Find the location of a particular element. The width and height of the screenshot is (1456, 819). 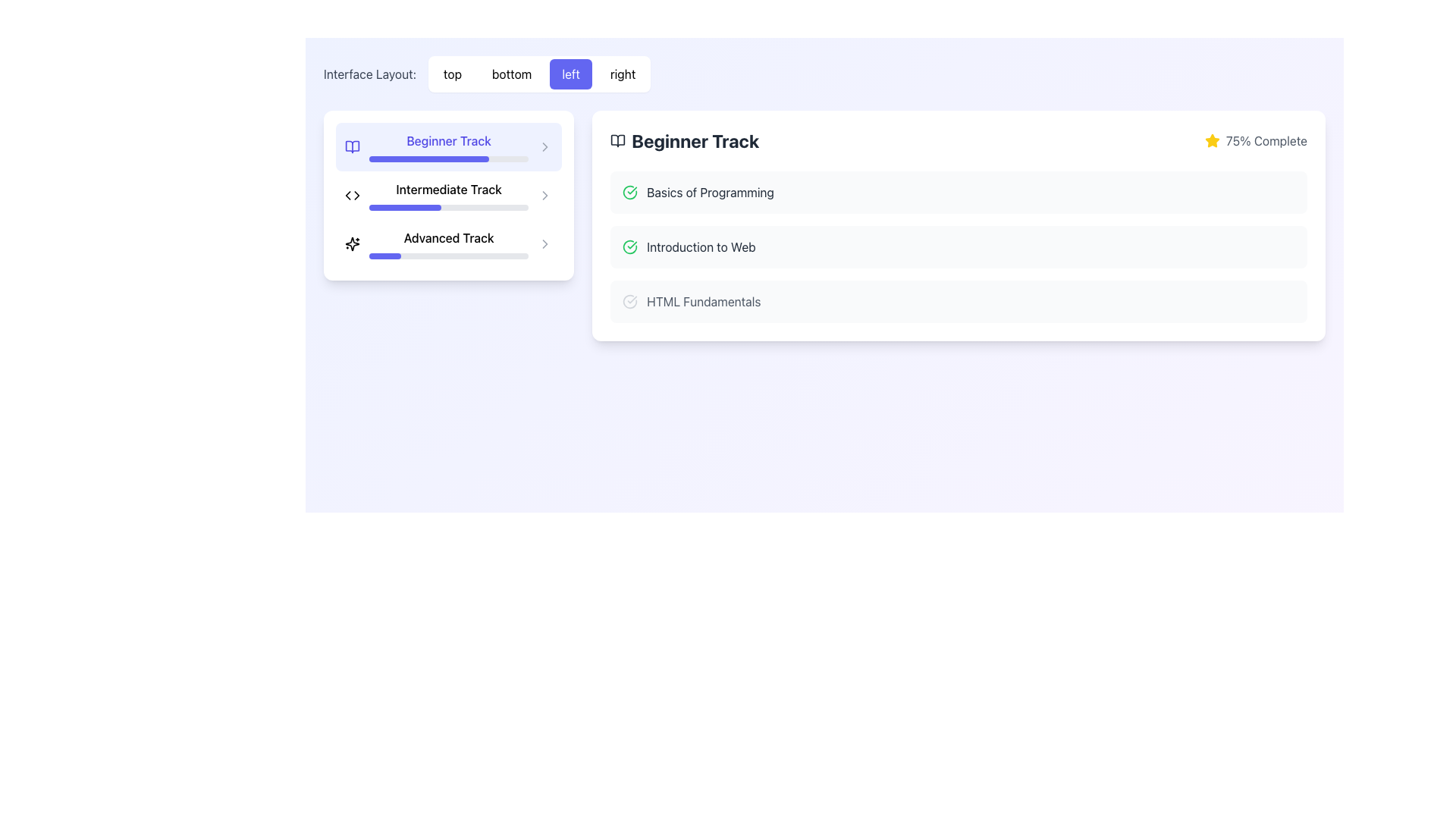

the star icon with a filled yellow body and yellow outline, located to the left of the text '75% Complete' in the 'Beginner Track' panel is located at coordinates (1211, 140).